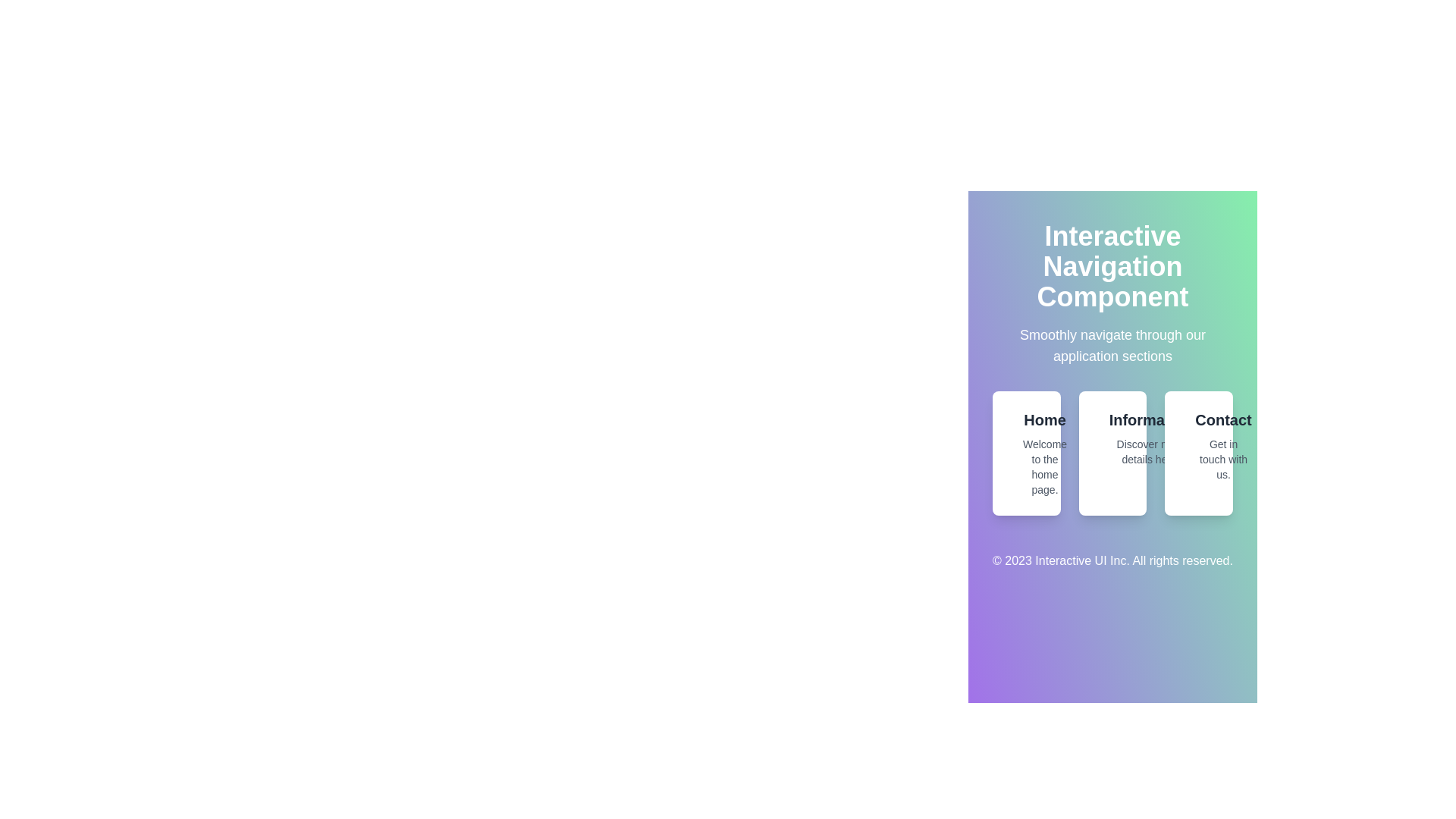 Image resolution: width=1456 pixels, height=819 pixels. What do you see at coordinates (1112, 438) in the screenshot?
I see `displayed text in the middle card of the 'Interactive Navigation Component', positioned between the 'Home' and 'Contact' cards` at bounding box center [1112, 438].